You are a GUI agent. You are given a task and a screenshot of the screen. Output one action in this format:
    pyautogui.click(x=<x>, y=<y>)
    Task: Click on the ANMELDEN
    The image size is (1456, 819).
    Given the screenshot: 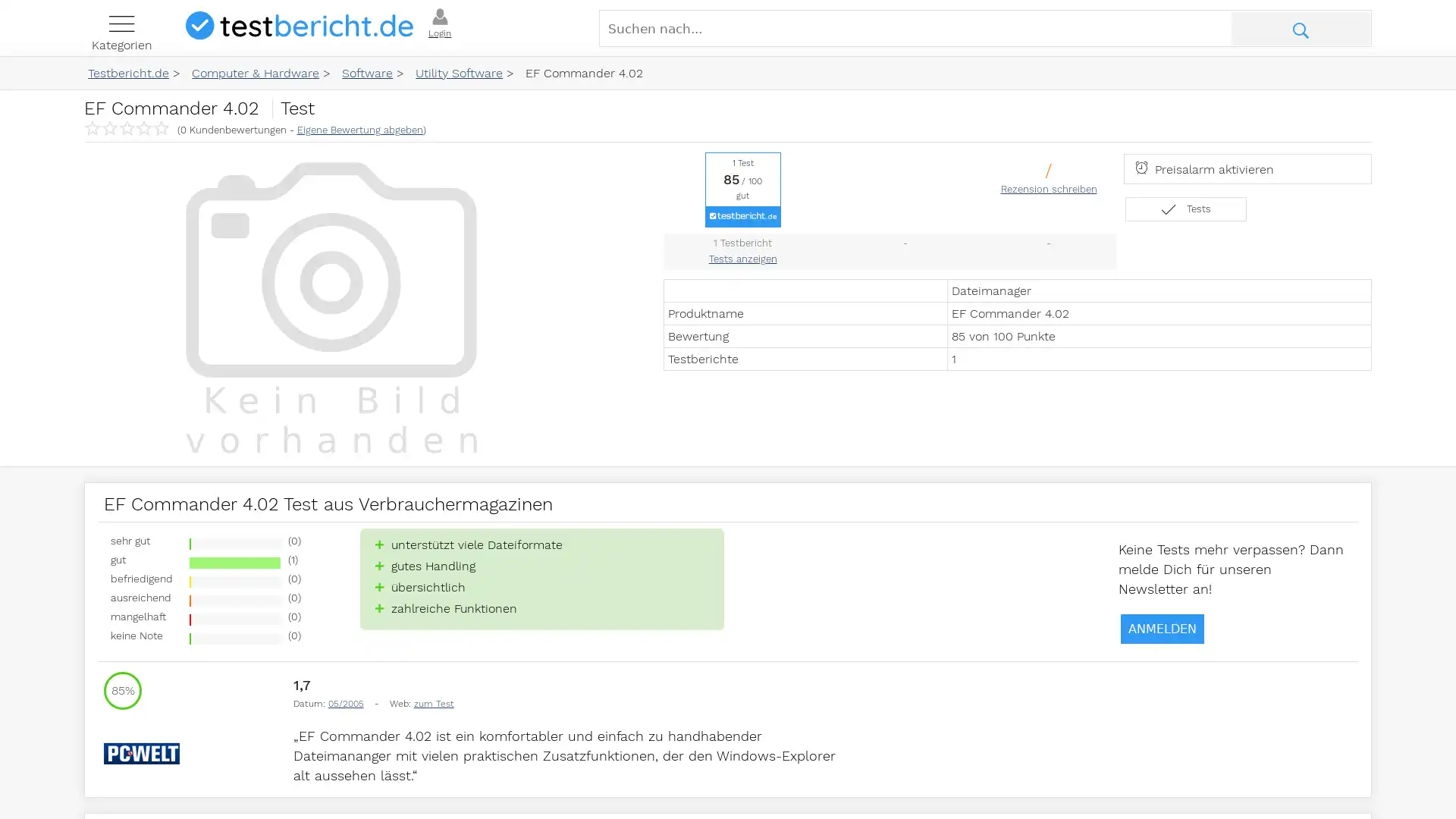 What is the action you would take?
    pyautogui.click(x=1161, y=629)
    